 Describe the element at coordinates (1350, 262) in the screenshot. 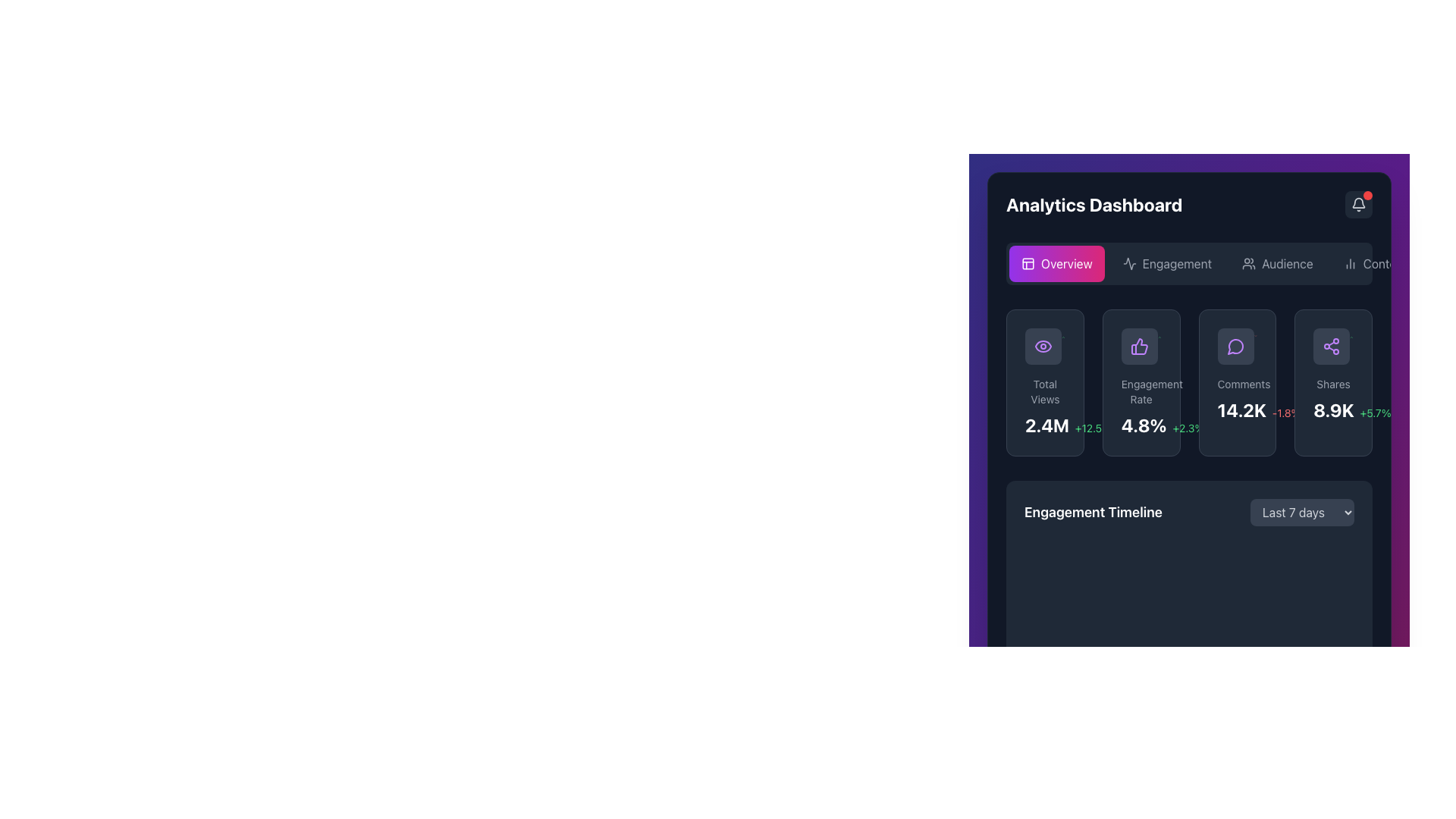

I see `the minimalist bar chart icon located at the end of the top navigation bar, to interact with the linked feature or section` at that location.